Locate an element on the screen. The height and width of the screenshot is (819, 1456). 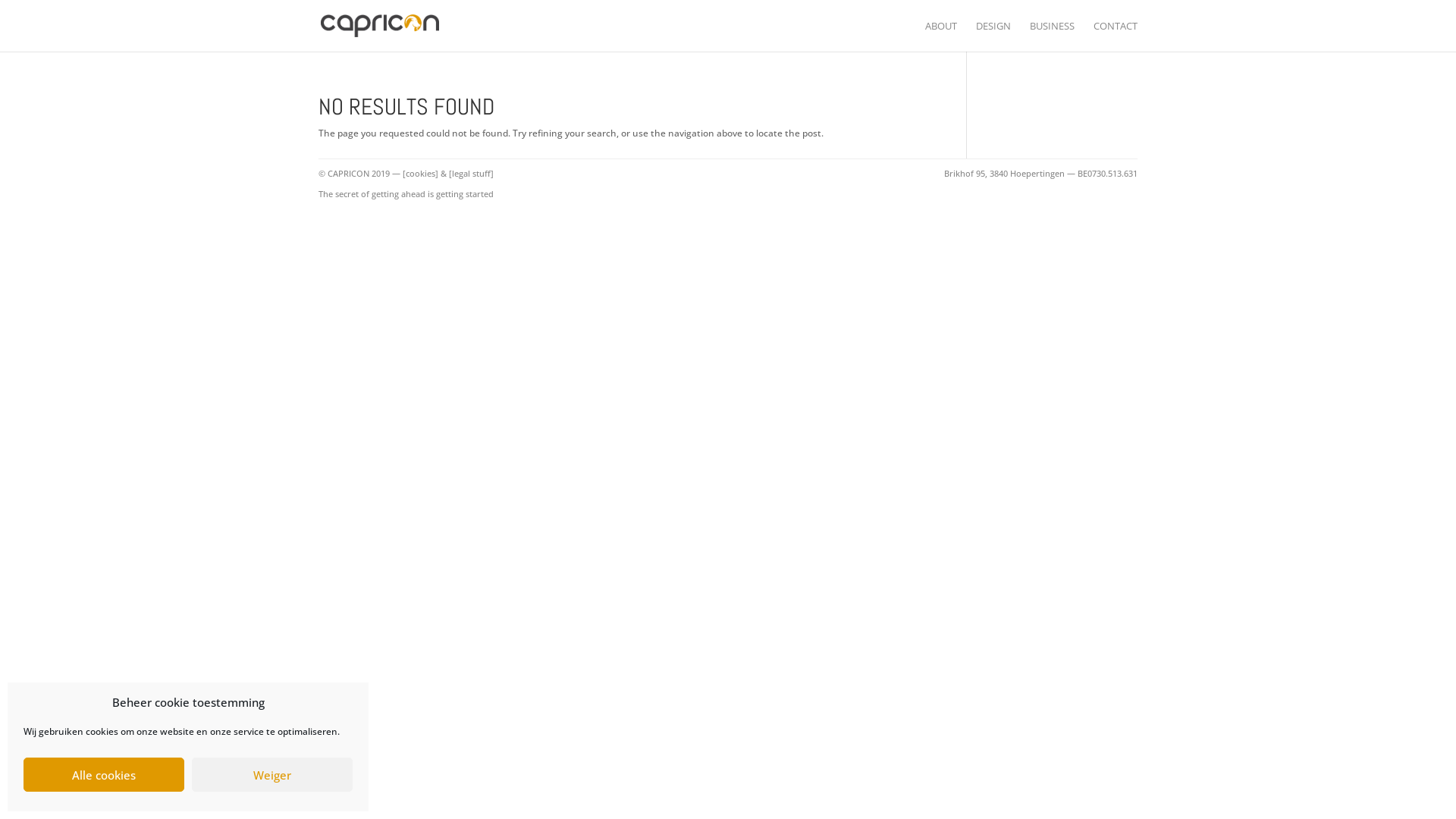
'[legal stuff]' is located at coordinates (470, 172).